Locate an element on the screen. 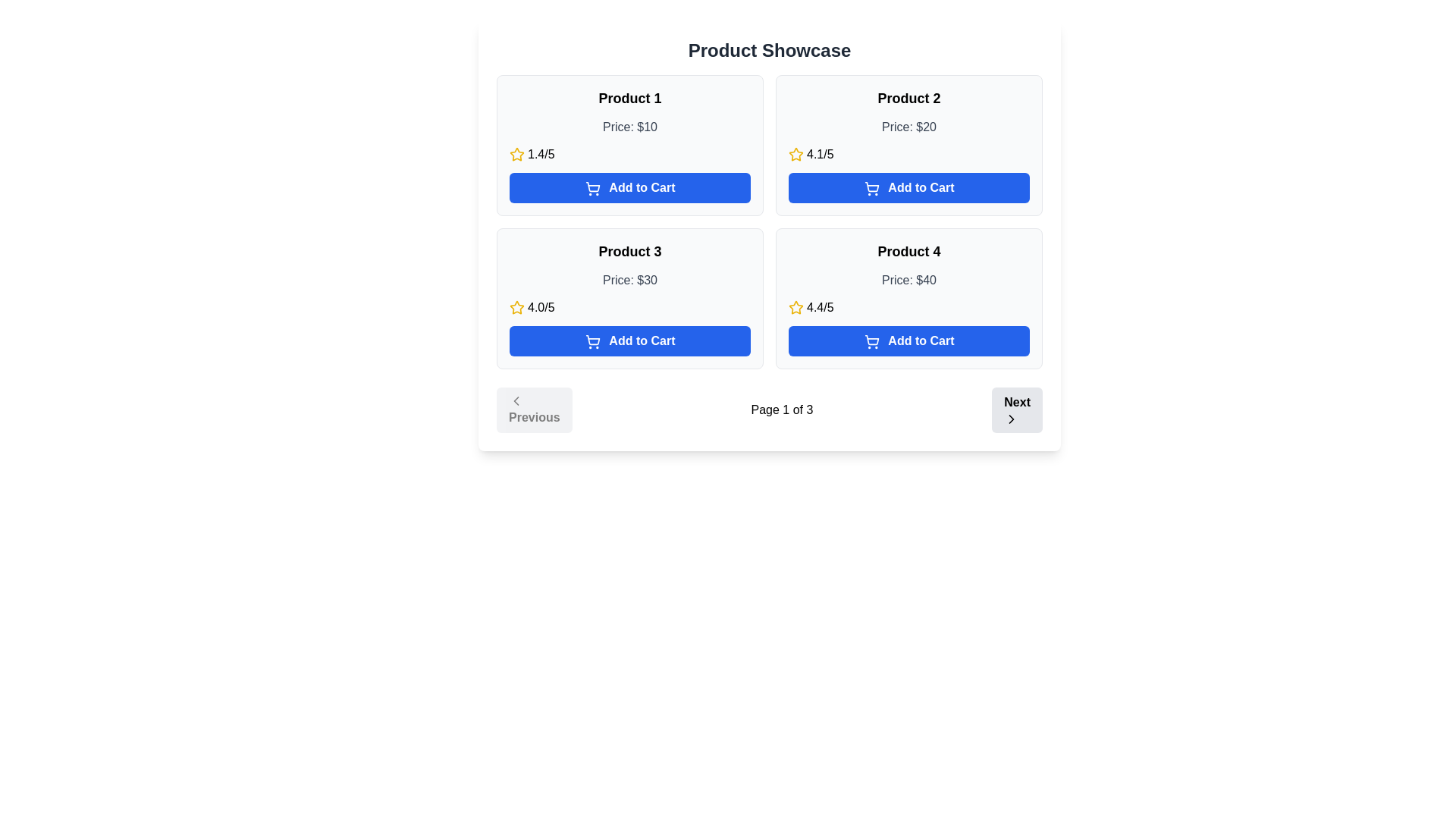 This screenshot has width=1456, height=819. displayed rating '1.4/5' which is styled with medium font weight and located to the right of a star icon in the 'Product 1' card is located at coordinates (541, 155).